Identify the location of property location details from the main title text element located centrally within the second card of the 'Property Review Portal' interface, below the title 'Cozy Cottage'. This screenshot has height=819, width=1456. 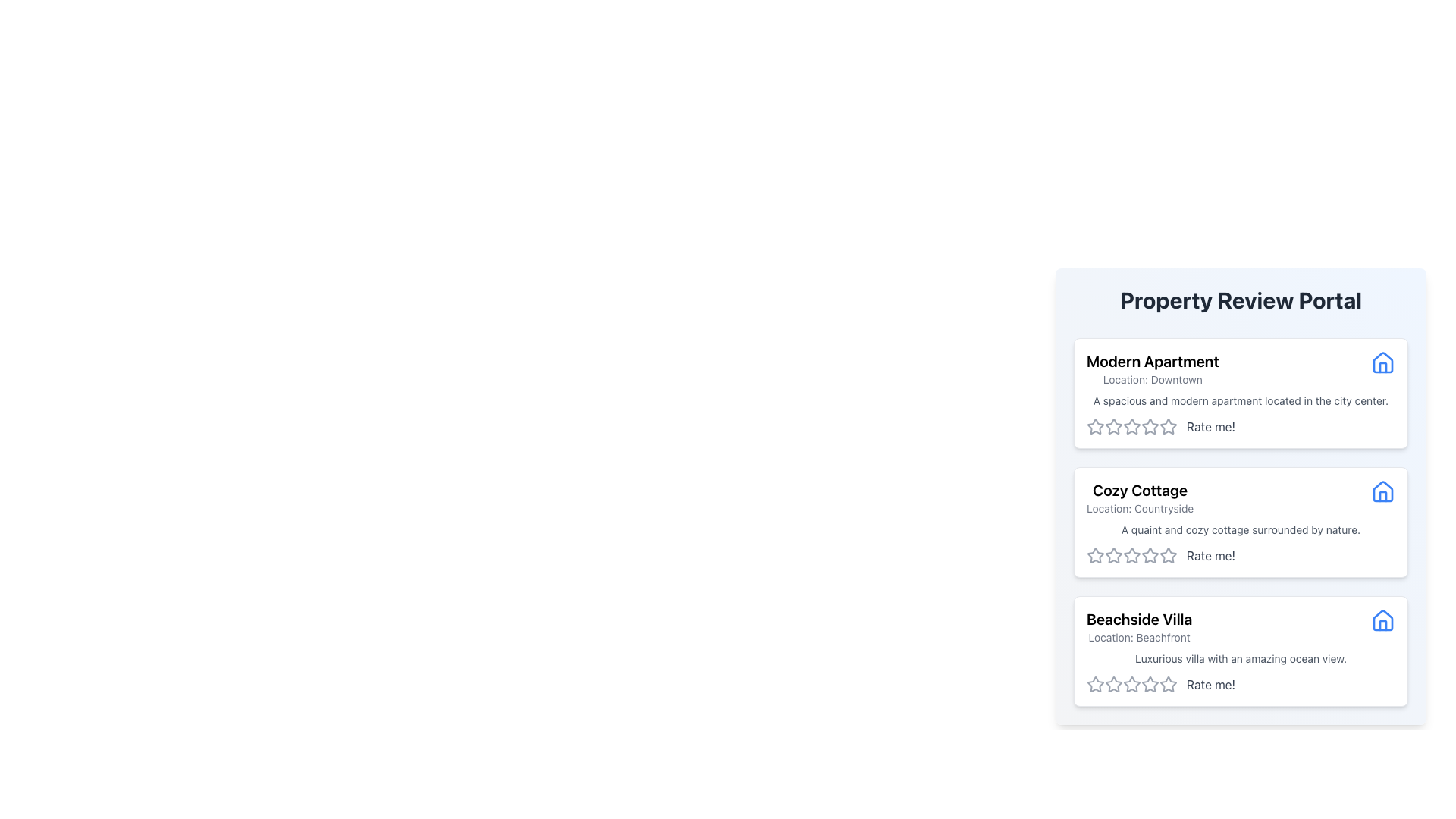
(1140, 497).